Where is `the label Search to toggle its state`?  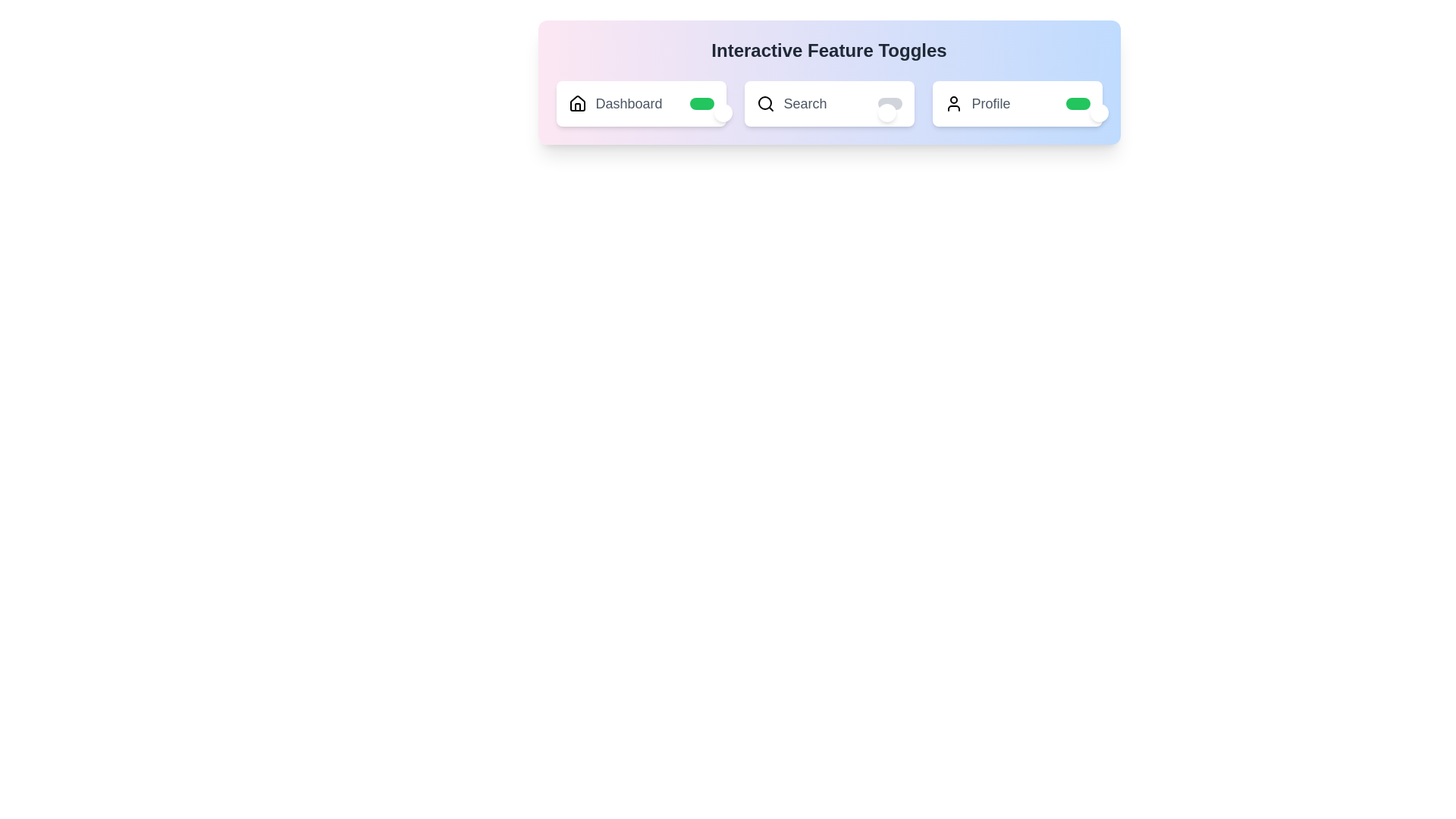 the label Search to toggle its state is located at coordinates (828, 103).